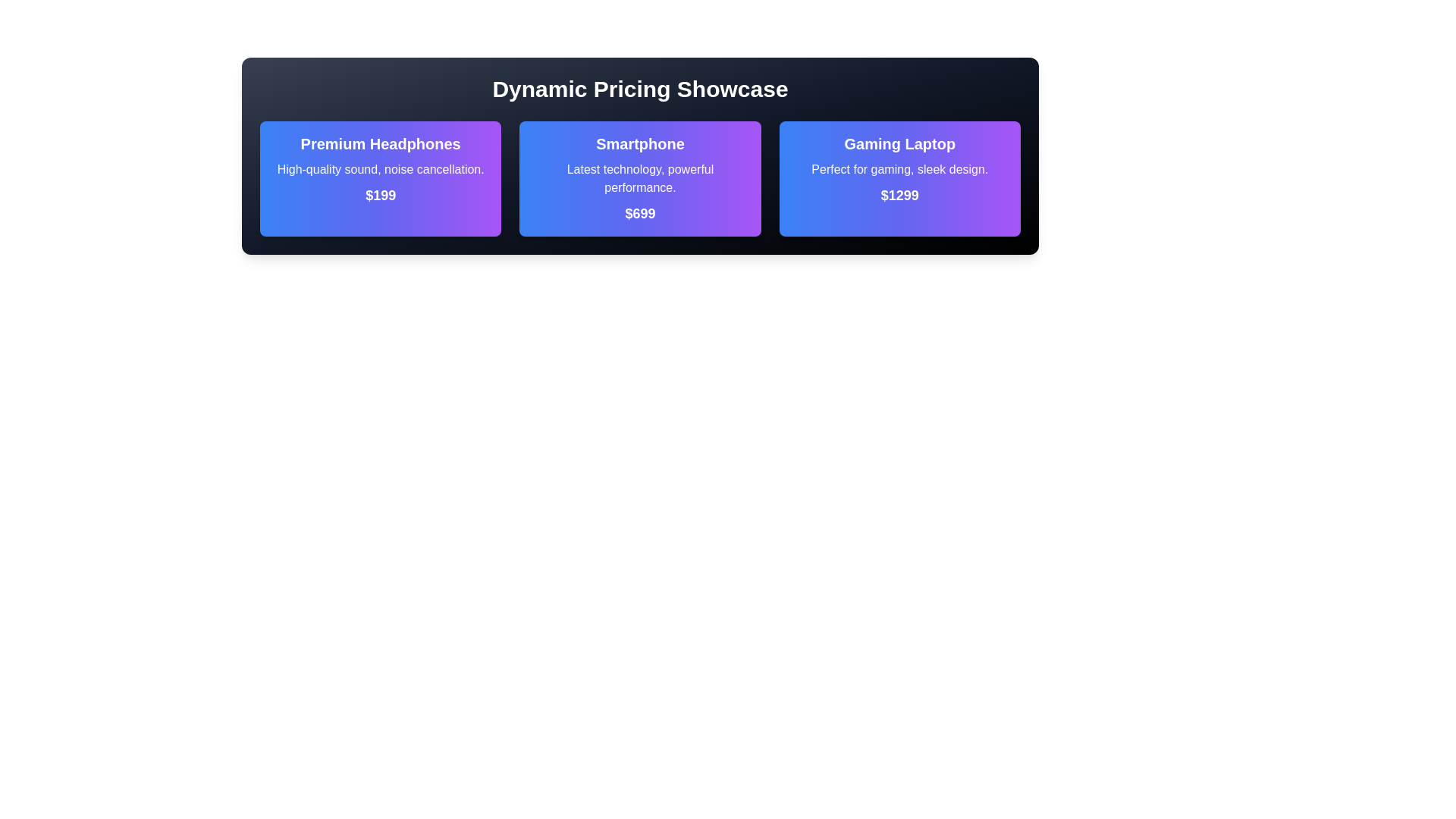 The height and width of the screenshot is (819, 1456). I want to click on the bold text label reading 'Smartphone', which is centrally positioned in the second card of three horizontally displayed cards, styled with white text on a gradient blue-to-purple background, so click(640, 143).